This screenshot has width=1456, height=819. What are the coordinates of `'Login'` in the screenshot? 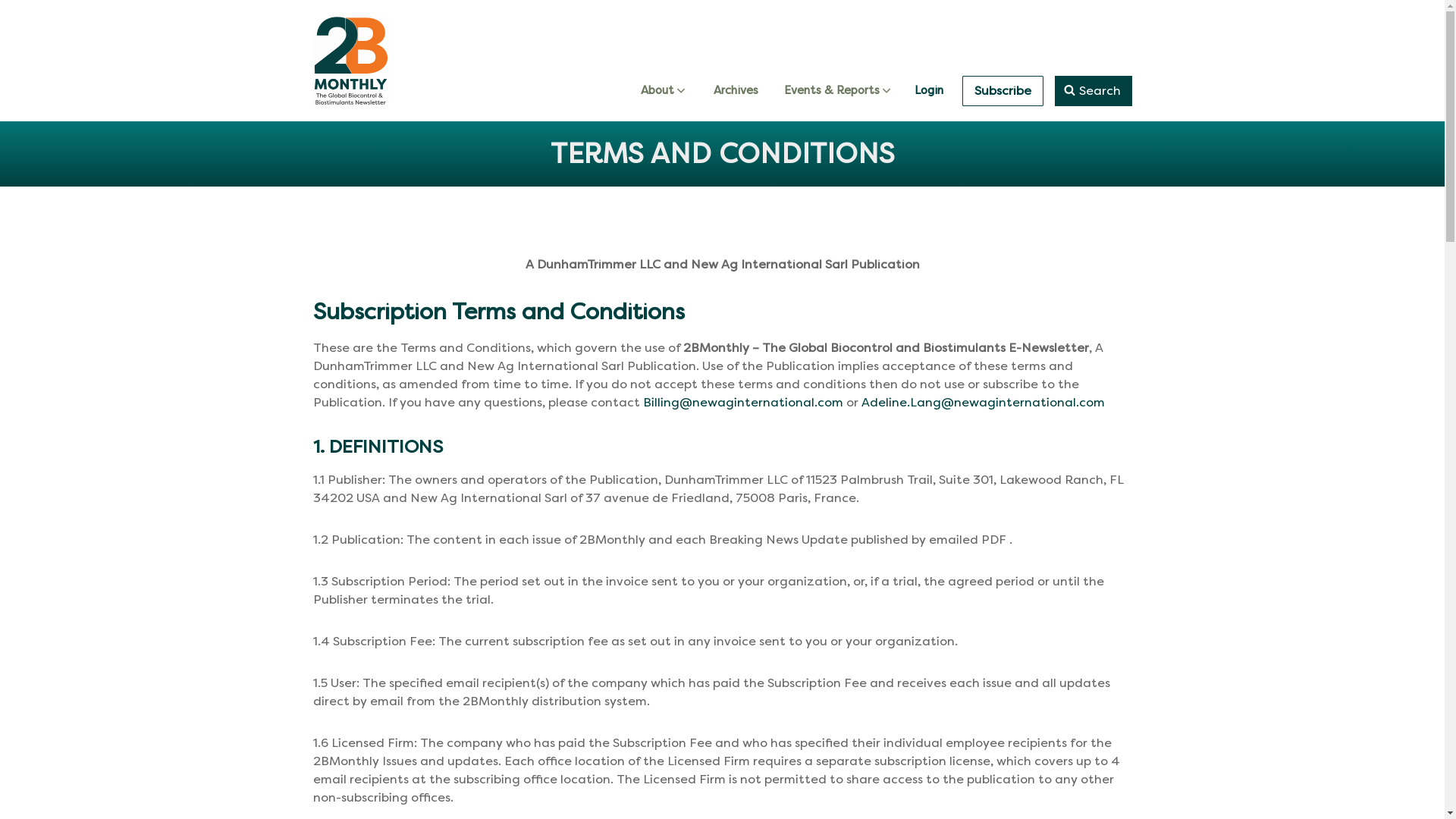 It's located at (927, 90).